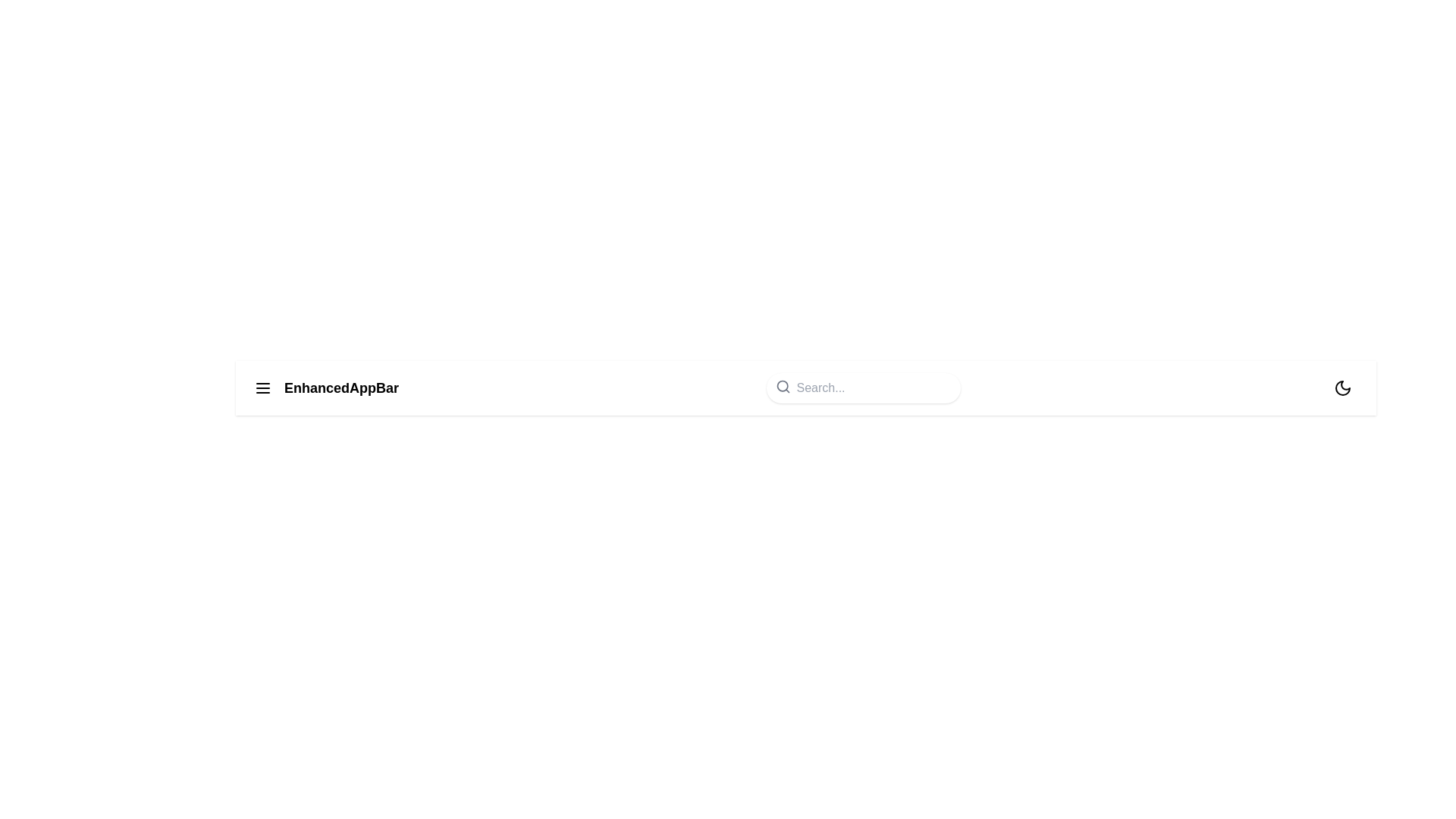  Describe the element at coordinates (1343, 388) in the screenshot. I see `the moon icon to toggle between dark mode and light mode` at that location.